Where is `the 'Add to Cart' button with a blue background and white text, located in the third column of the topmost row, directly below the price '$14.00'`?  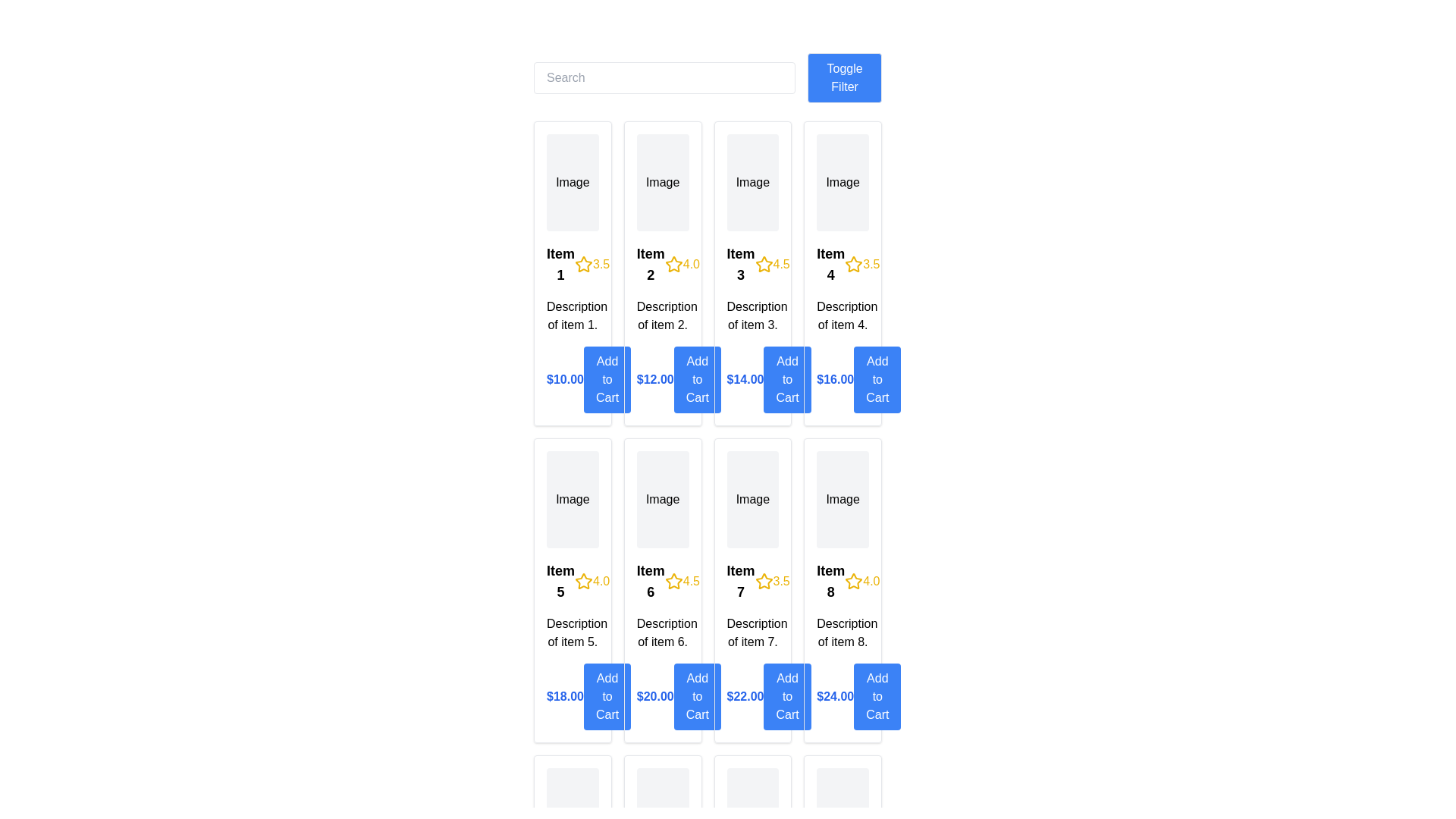 the 'Add to Cart' button with a blue background and white text, located in the third column of the topmost row, directly below the price '$14.00' is located at coordinates (787, 379).